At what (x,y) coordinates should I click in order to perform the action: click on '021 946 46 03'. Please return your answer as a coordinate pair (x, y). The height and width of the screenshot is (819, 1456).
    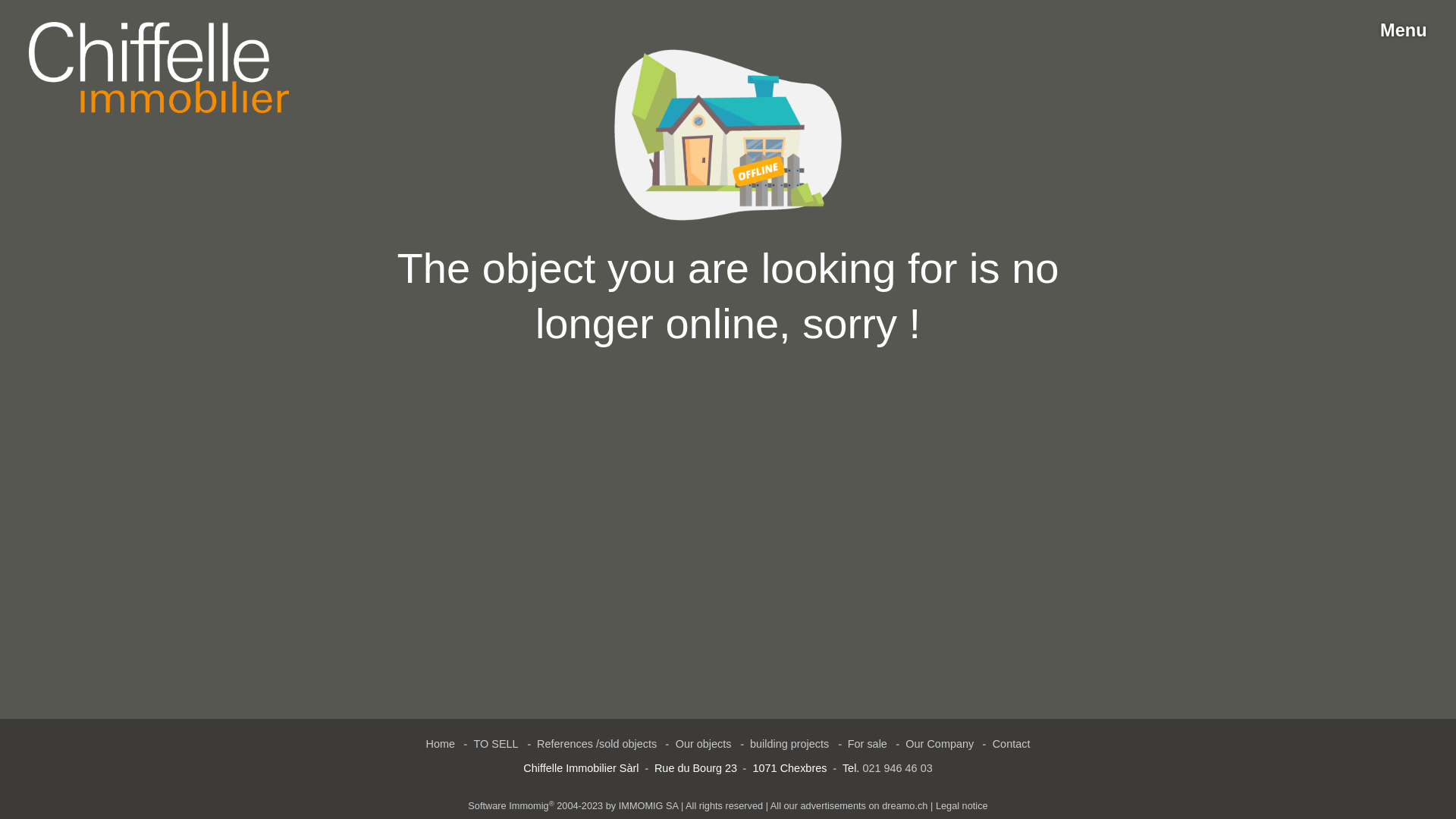
    Looking at the image, I should click on (896, 768).